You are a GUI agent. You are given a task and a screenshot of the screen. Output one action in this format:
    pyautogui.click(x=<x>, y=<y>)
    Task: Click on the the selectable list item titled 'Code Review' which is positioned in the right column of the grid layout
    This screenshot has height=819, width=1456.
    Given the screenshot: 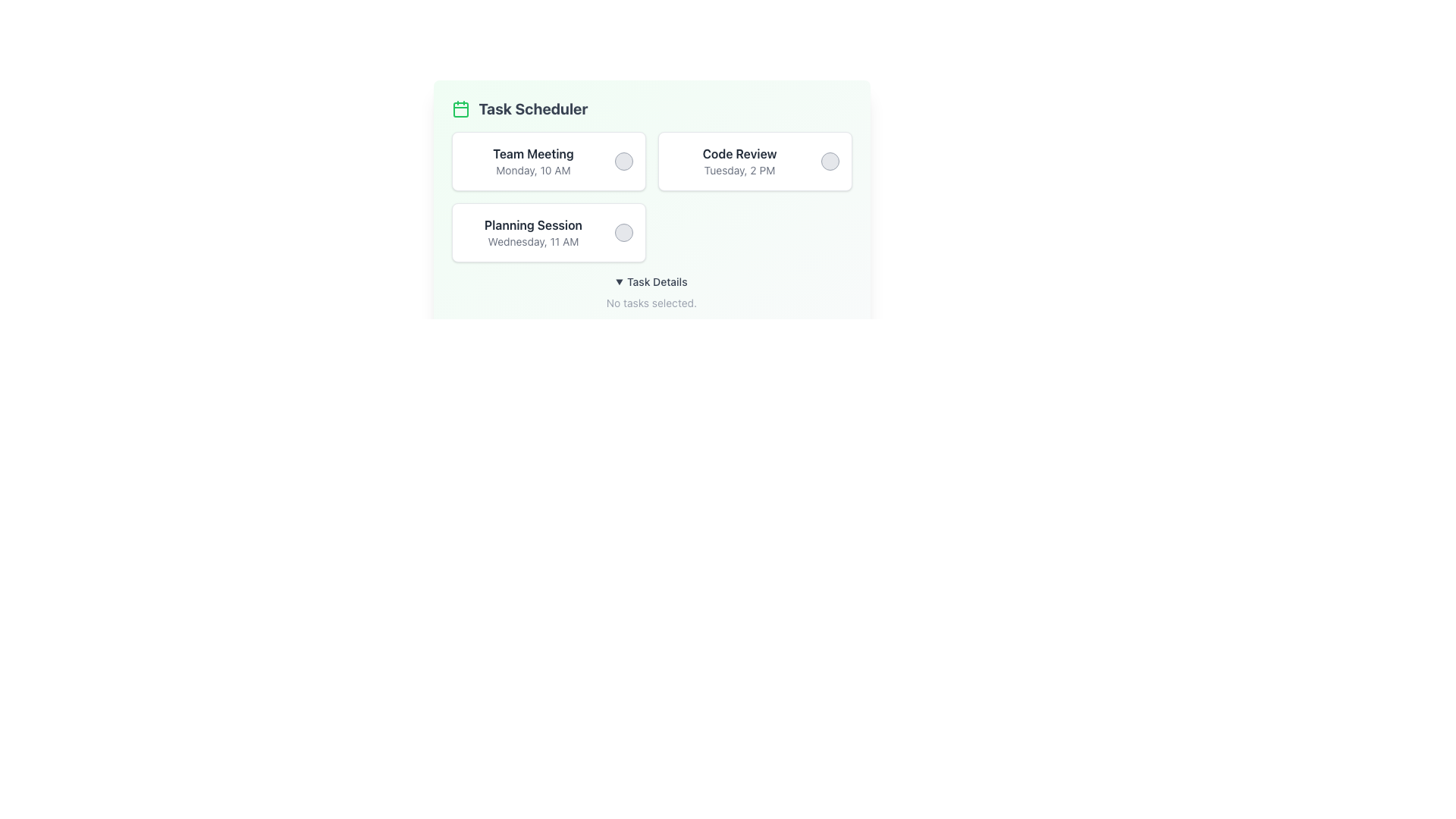 What is the action you would take?
    pyautogui.click(x=755, y=161)
    